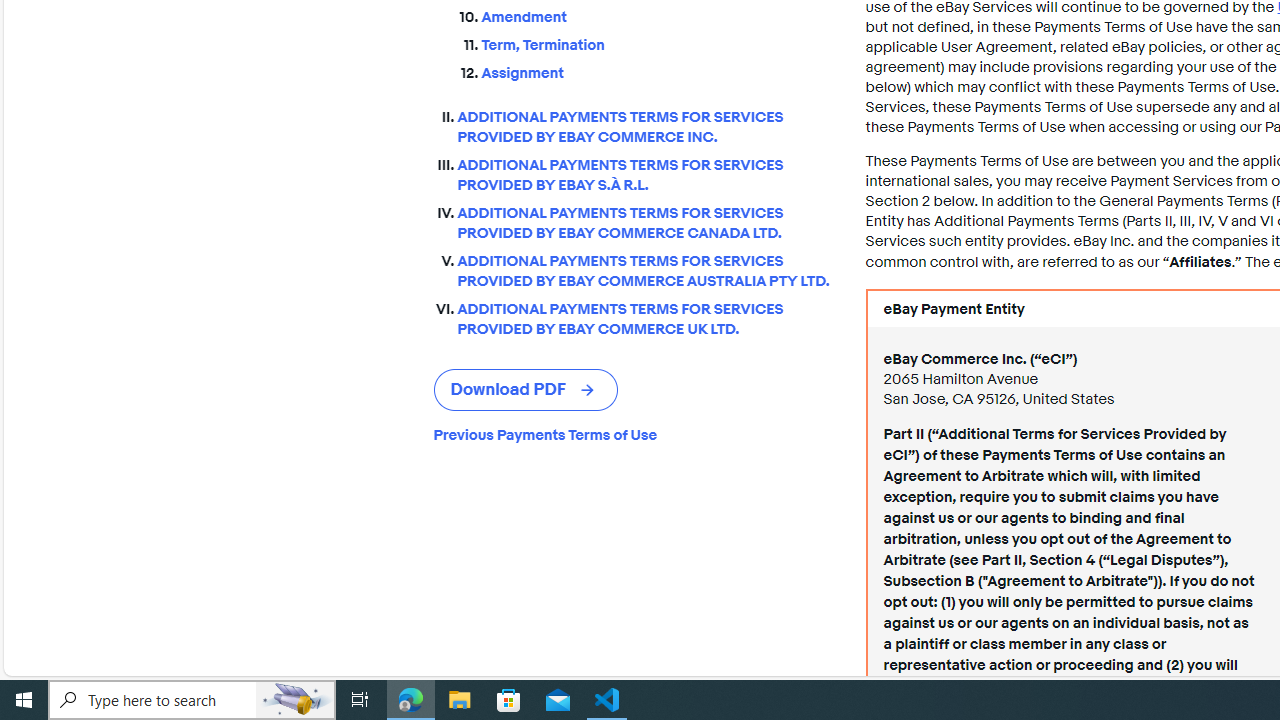 The width and height of the screenshot is (1280, 720). What do you see at coordinates (657, 45) in the screenshot?
I see `'Term, Termination'` at bounding box center [657, 45].